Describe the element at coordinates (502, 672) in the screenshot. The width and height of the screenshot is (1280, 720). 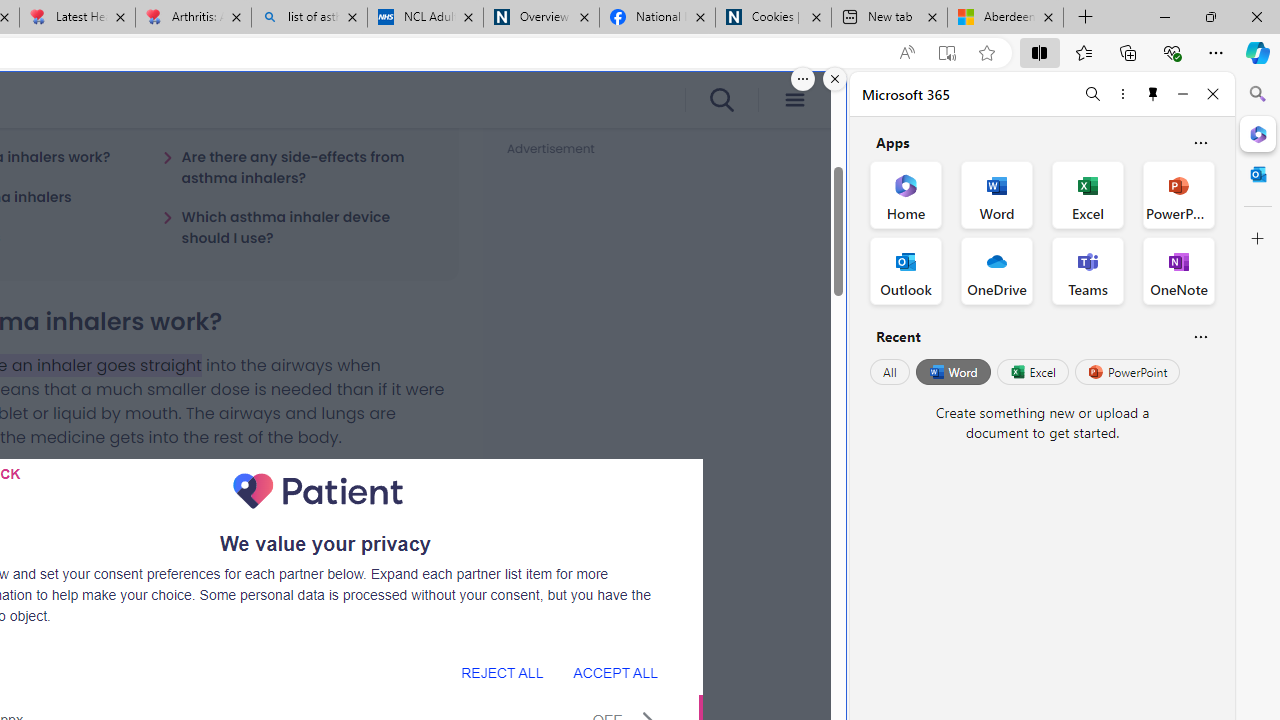
I see `'REJECT ALL'` at that location.